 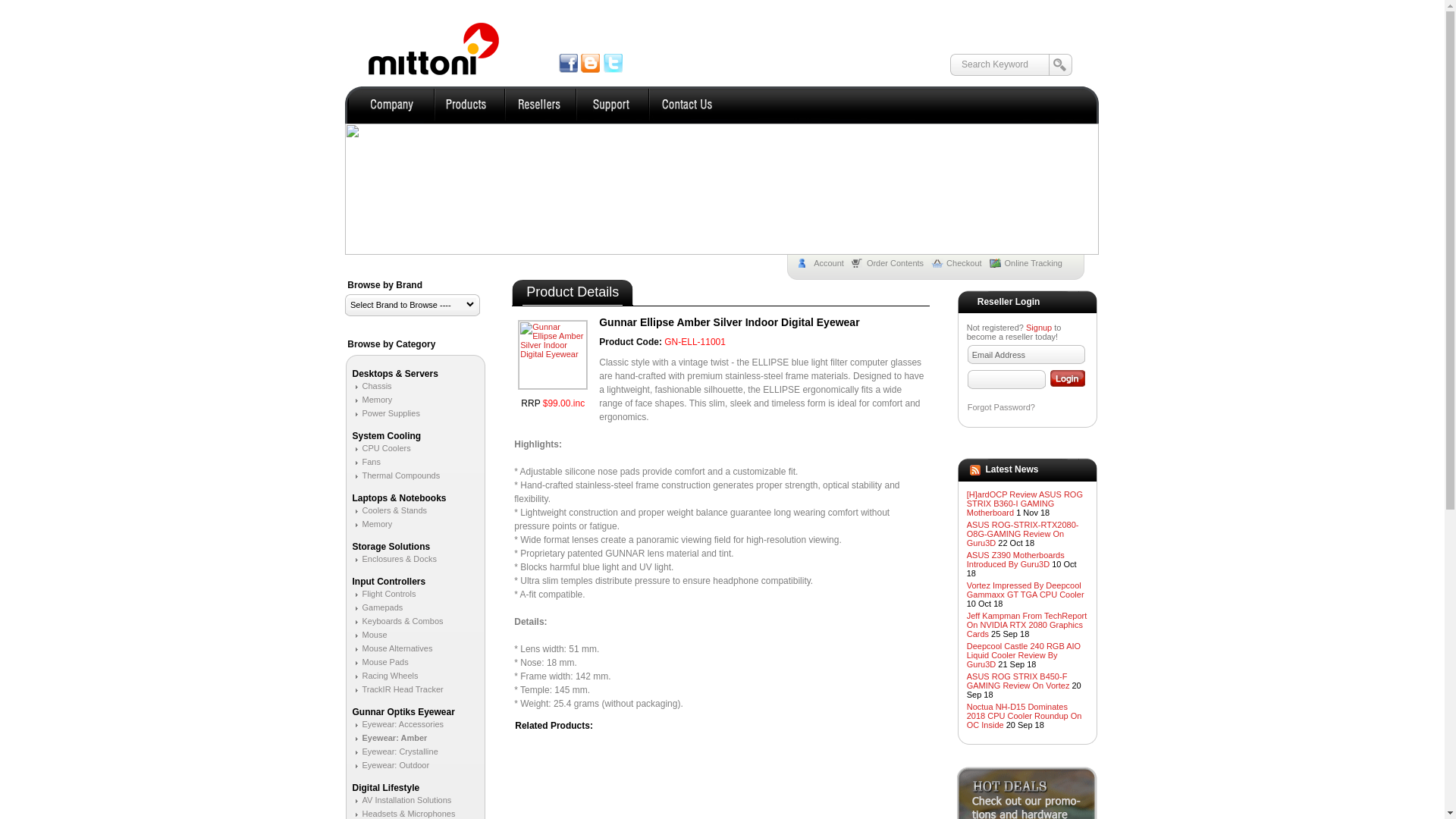 What do you see at coordinates (1015, 559) in the screenshot?
I see `'ASUS Z390 Motherboards Introduced By Guru3D'` at bounding box center [1015, 559].